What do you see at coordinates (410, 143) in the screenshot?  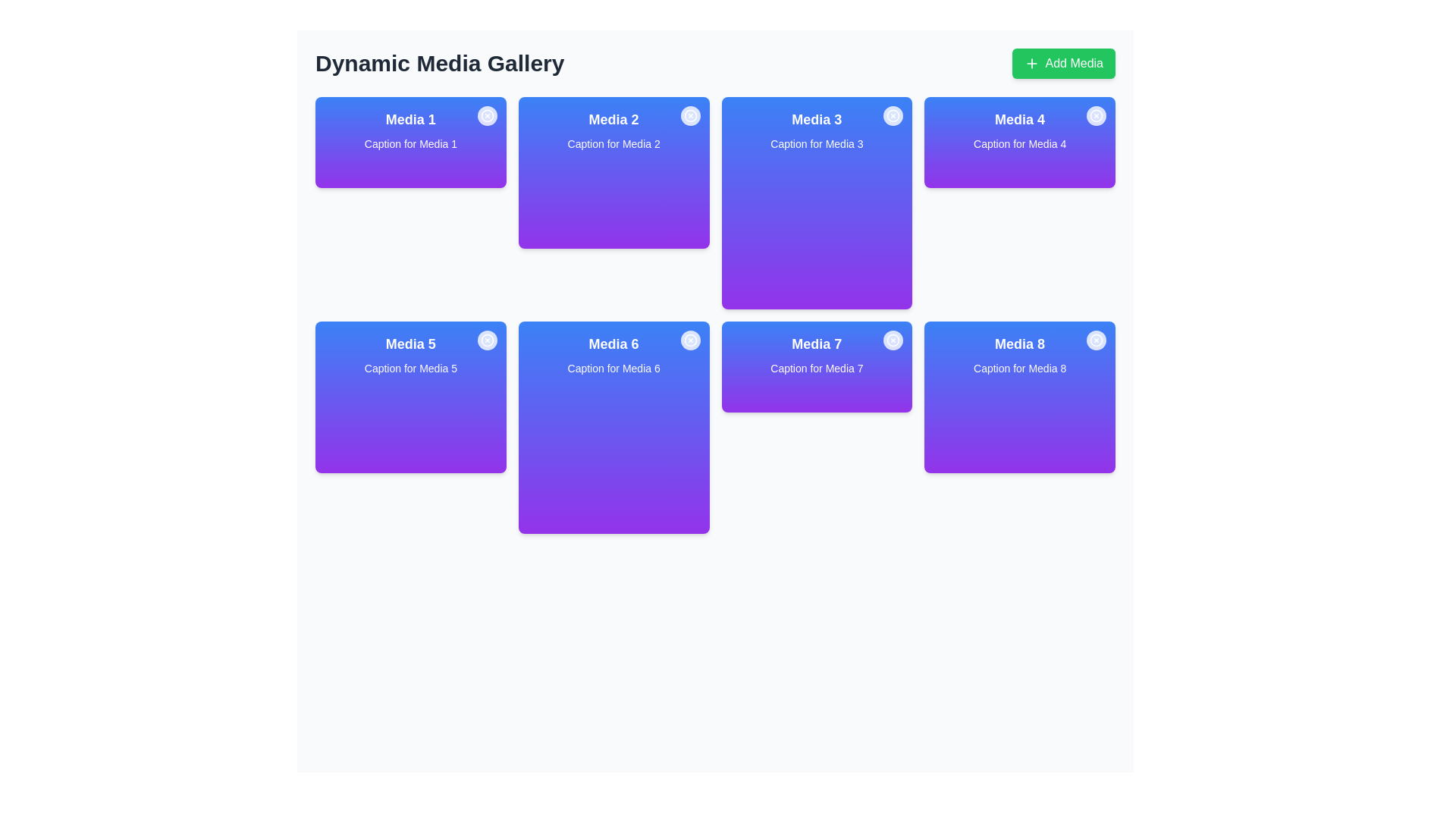 I see `the Display card titled 'Media 1', which is the first item in the grid layout located in the top-left corner` at bounding box center [410, 143].